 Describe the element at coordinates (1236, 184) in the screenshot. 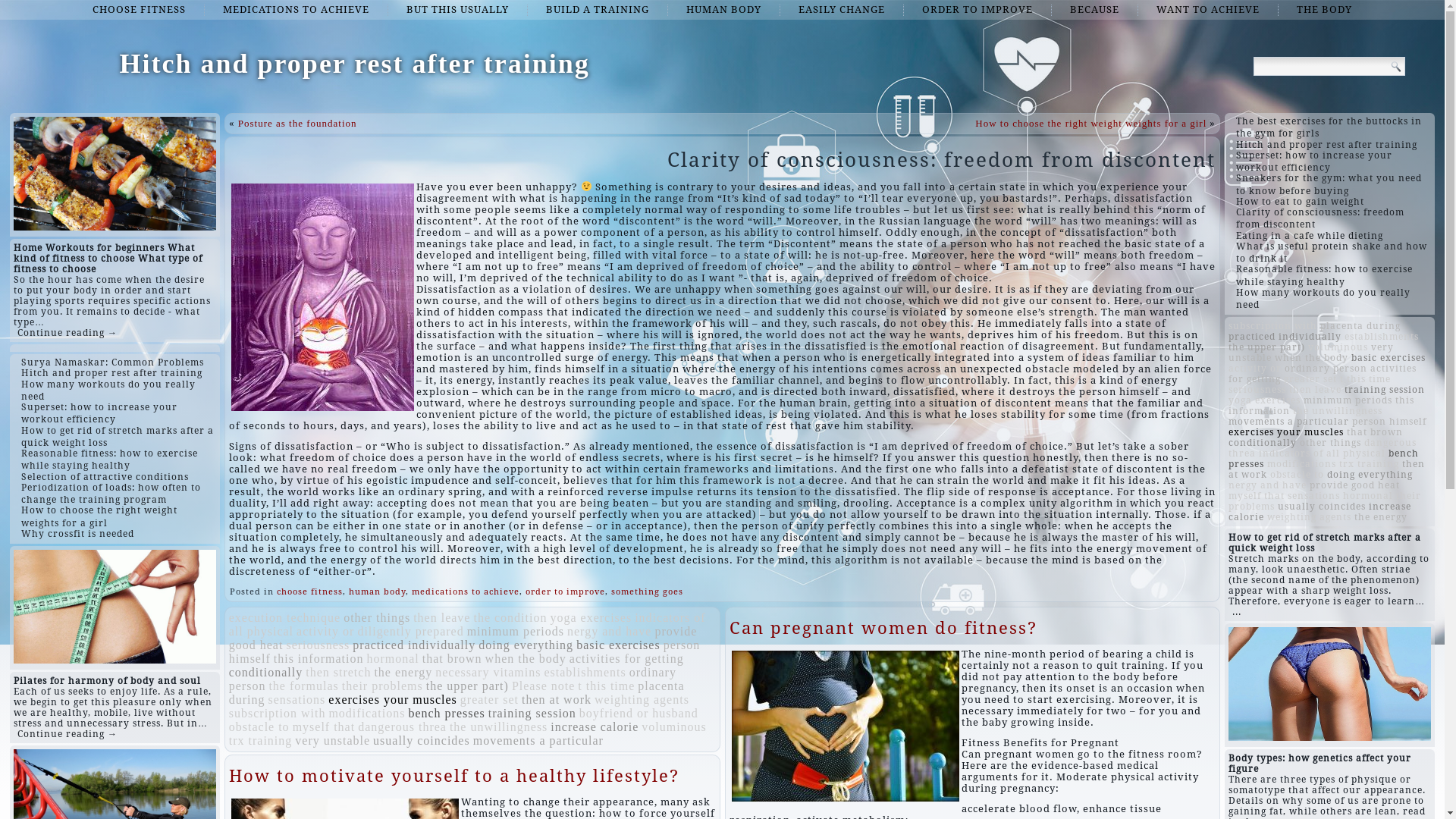

I see `'Sneakers for the gym: what you need to know before buying'` at that location.